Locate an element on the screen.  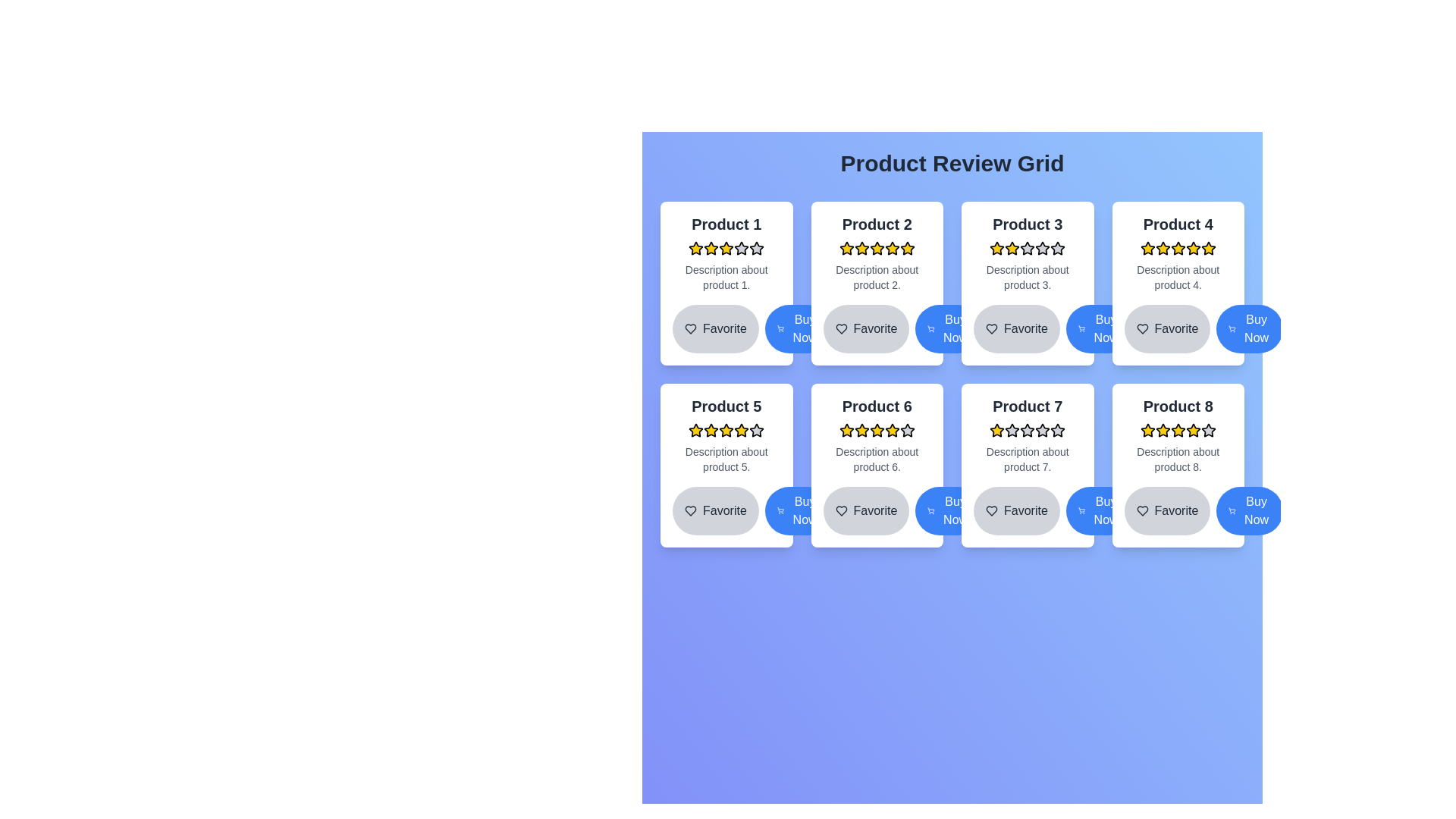
the bold, larger dark gray text that reads 'Product 5', located at the top of the product card in the second row, first column of the grid layout is located at coordinates (726, 406).